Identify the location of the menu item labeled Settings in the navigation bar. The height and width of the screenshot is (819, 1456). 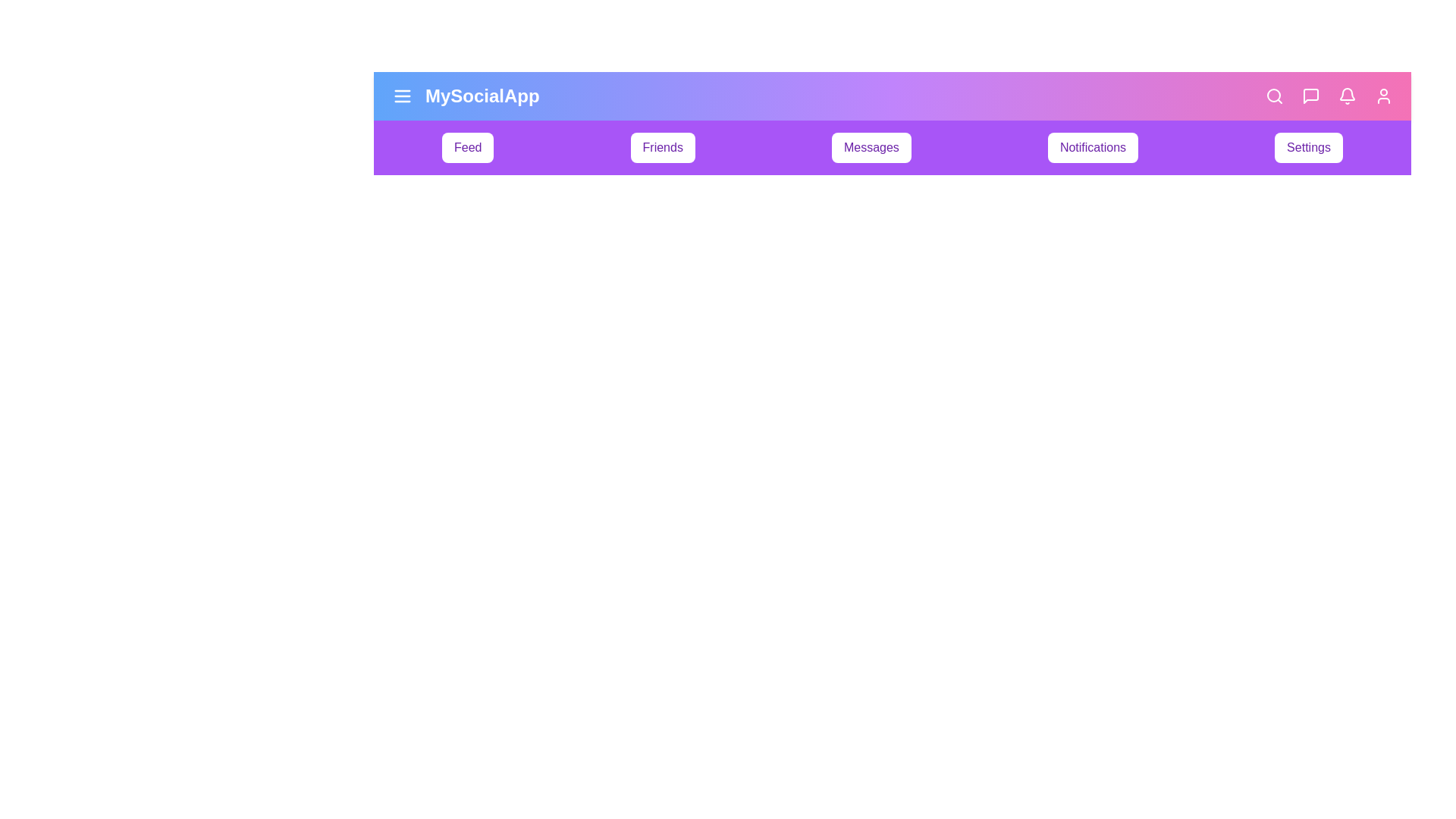
(1308, 148).